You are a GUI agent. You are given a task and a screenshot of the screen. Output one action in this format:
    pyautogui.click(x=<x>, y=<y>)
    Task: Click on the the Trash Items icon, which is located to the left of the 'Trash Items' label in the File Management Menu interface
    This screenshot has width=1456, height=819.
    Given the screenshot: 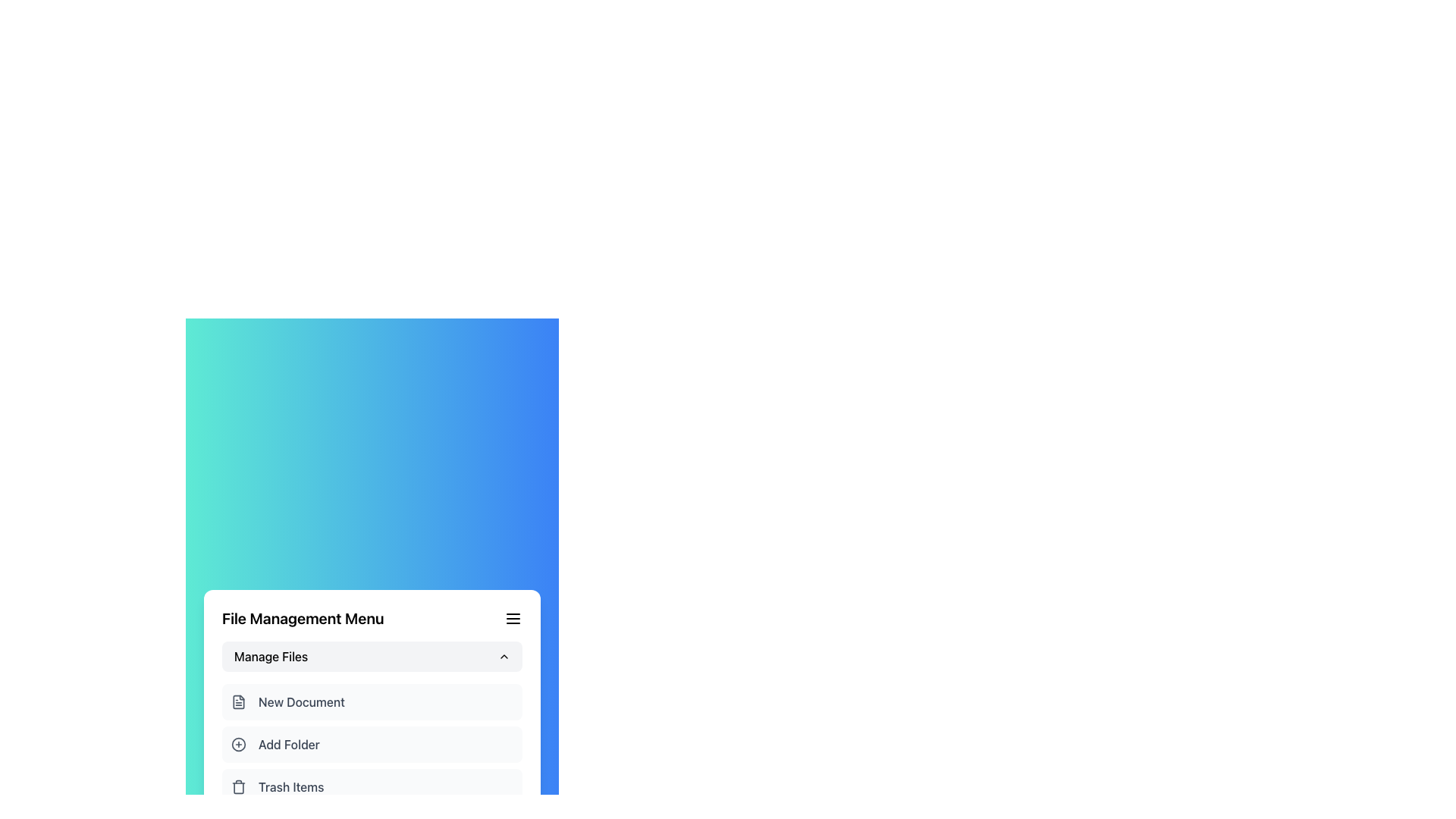 What is the action you would take?
    pyautogui.click(x=238, y=786)
    